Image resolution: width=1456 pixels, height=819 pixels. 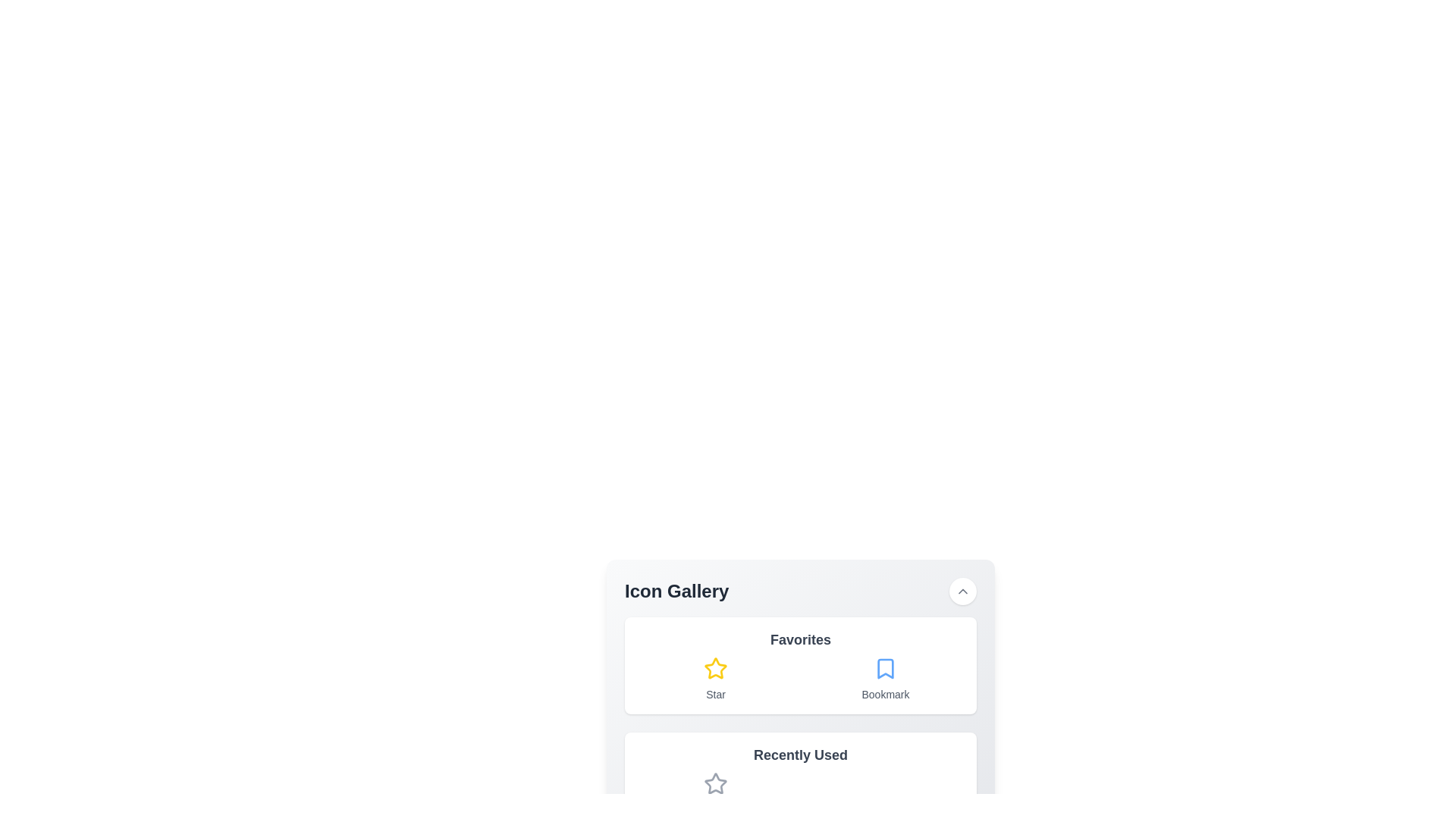 I want to click on the 'Star' icon in the 'Favorites' section of the 'Icon Gallery' to use it as a reference for thematic grouping, so click(x=715, y=678).